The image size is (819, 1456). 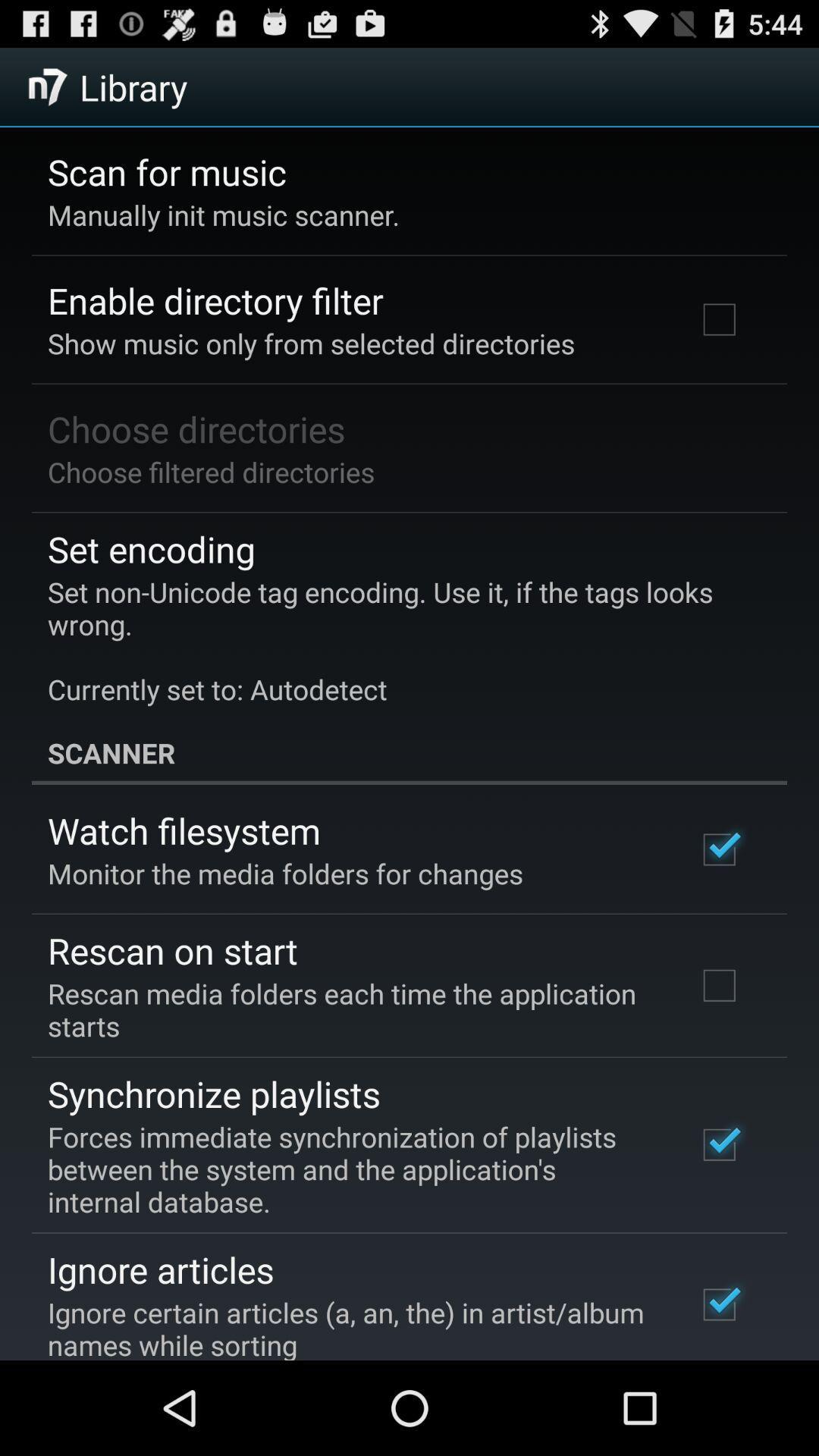 What do you see at coordinates (398, 640) in the screenshot?
I see `set non unicode` at bounding box center [398, 640].